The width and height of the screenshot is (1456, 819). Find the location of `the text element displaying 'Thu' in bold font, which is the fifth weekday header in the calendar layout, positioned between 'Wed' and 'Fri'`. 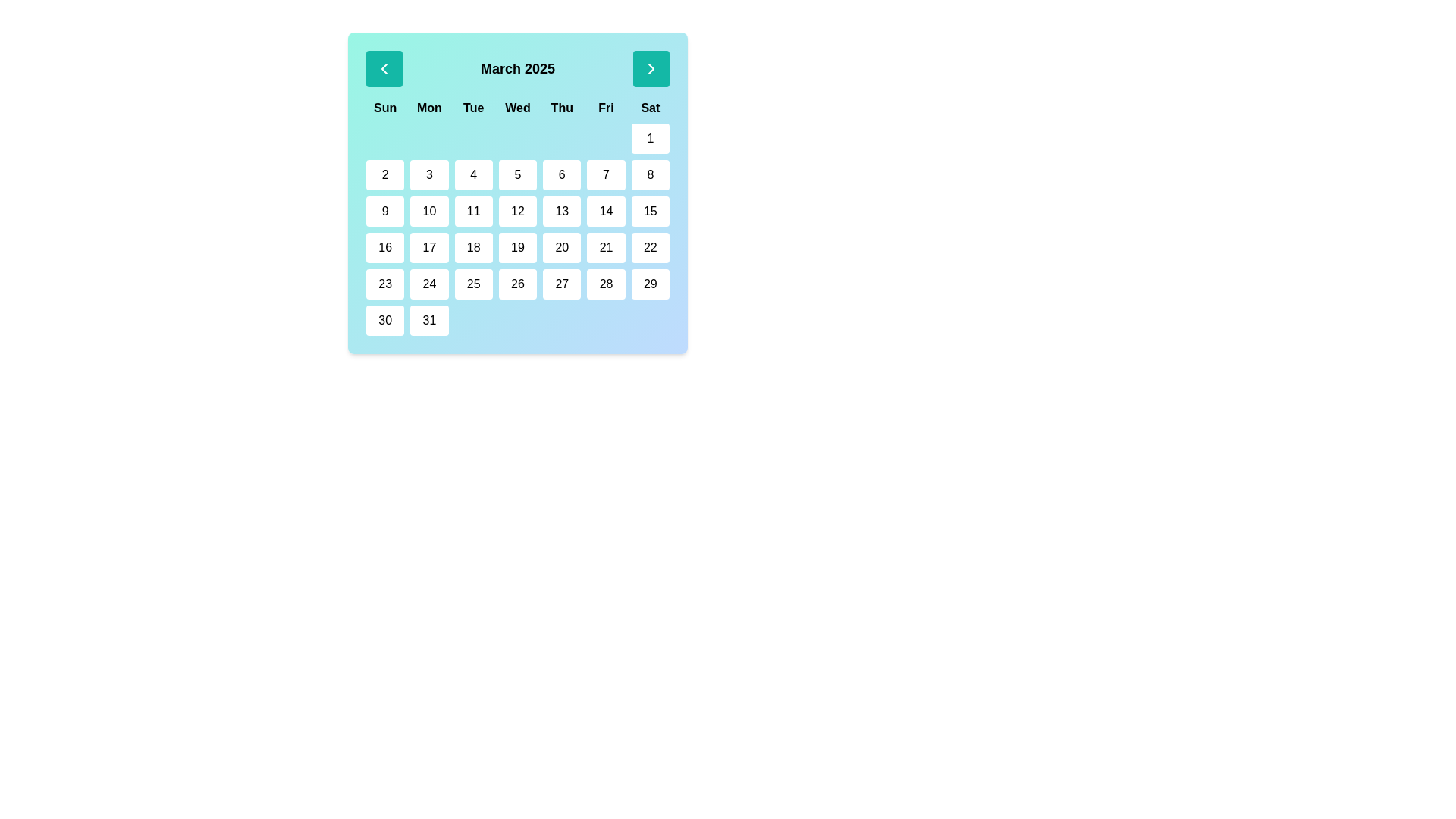

the text element displaying 'Thu' in bold font, which is the fifth weekday header in the calendar layout, positioned between 'Wed' and 'Fri' is located at coordinates (561, 107).